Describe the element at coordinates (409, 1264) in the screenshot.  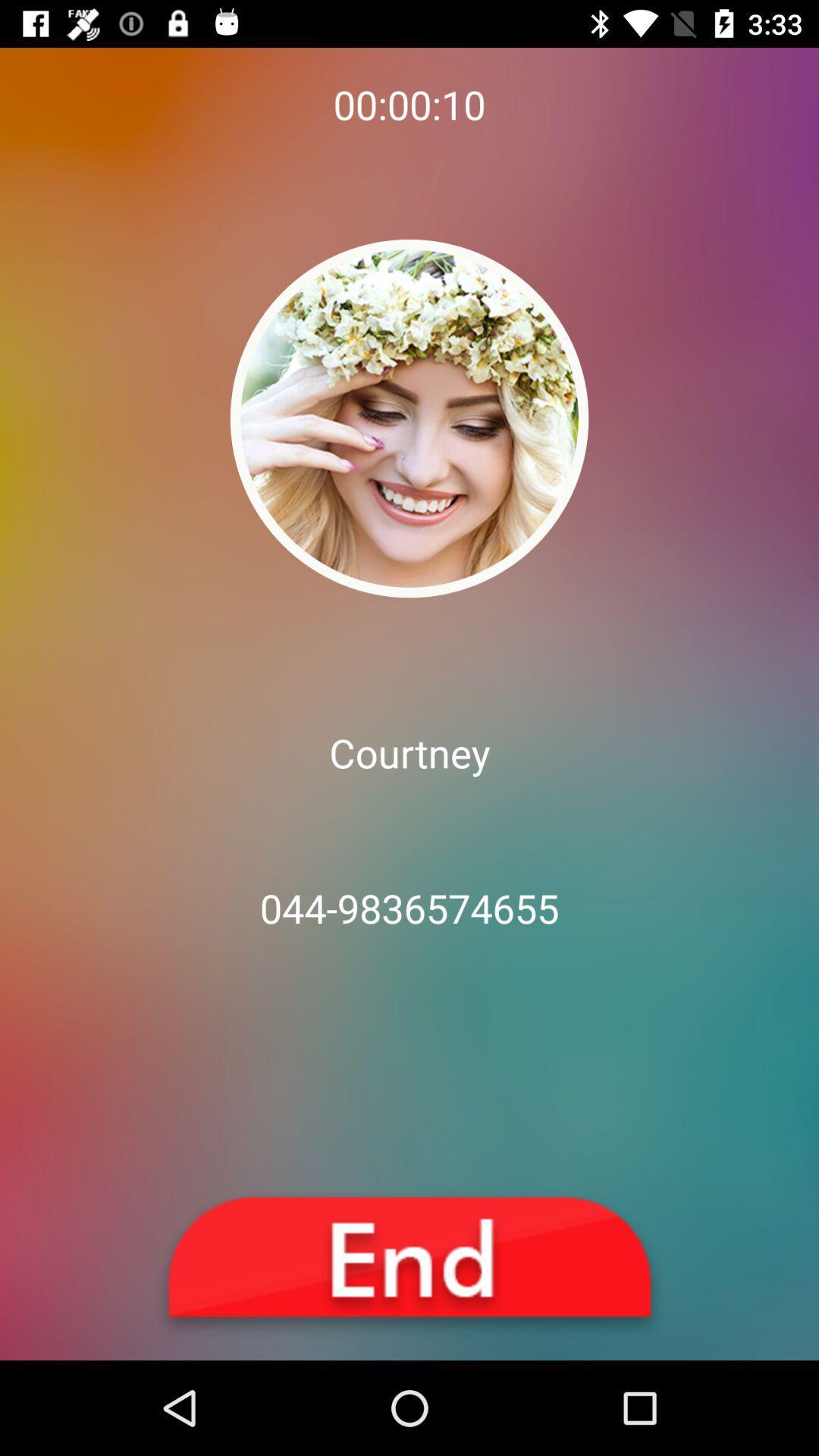
I see `end option` at that location.